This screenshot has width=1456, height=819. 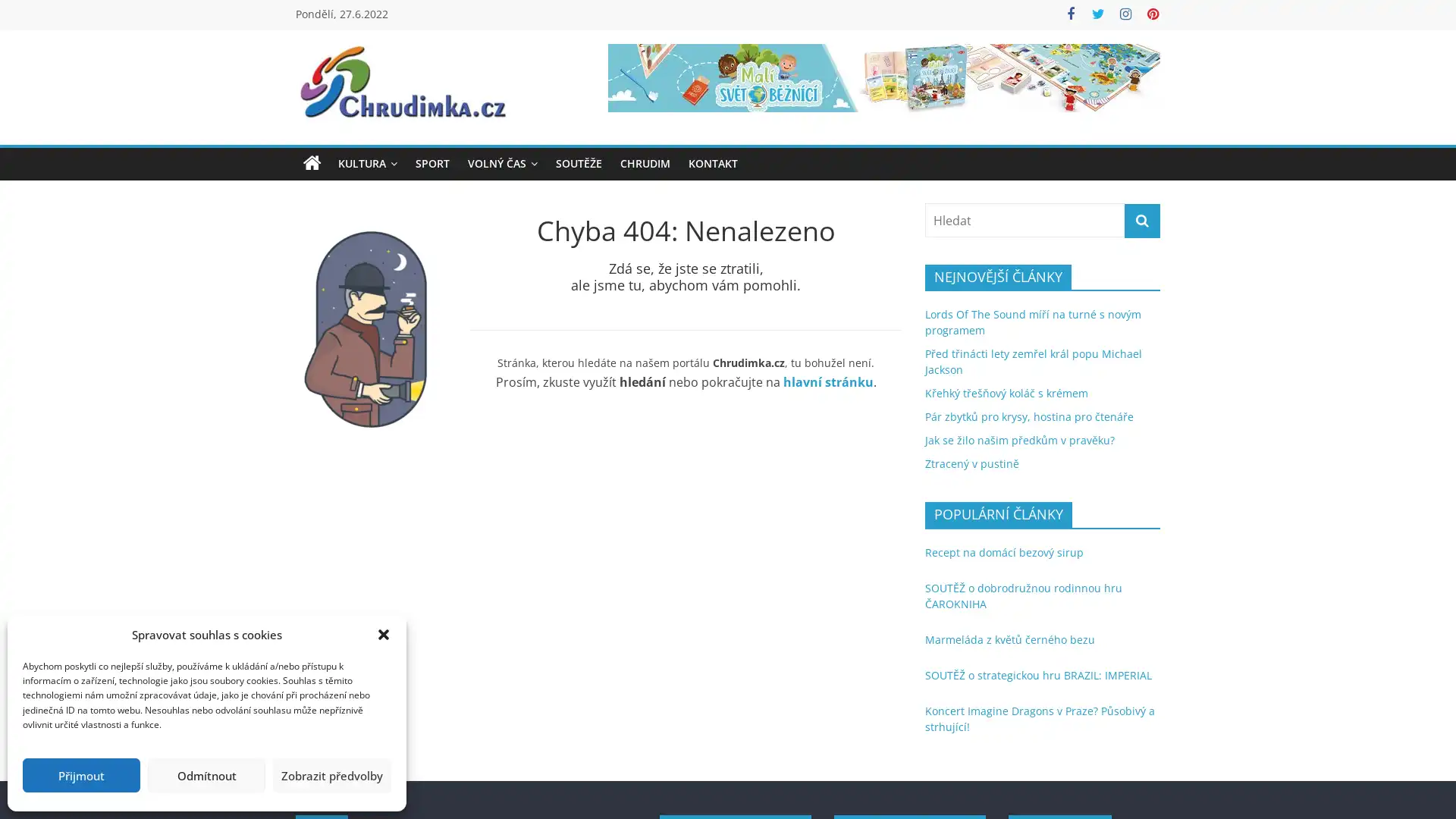 I want to click on Odmitnout, so click(x=206, y=775).